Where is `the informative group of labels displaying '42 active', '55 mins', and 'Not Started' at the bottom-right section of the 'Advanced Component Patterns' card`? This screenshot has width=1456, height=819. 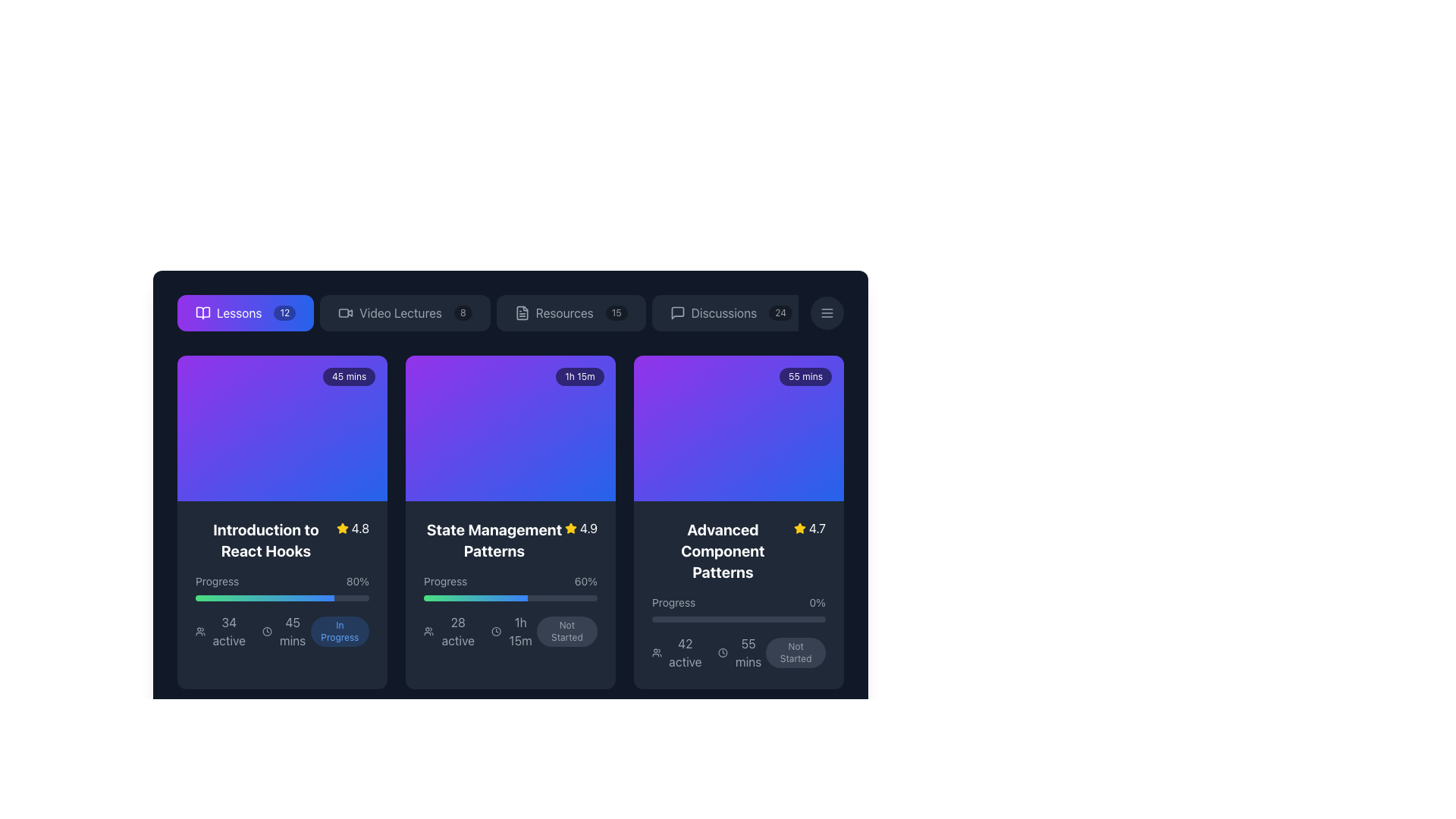 the informative group of labels displaying '42 active', '55 mins', and 'Not Started' at the bottom-right section of the 'Advanced Component Patterns' card is located at coordinates (739, 651).